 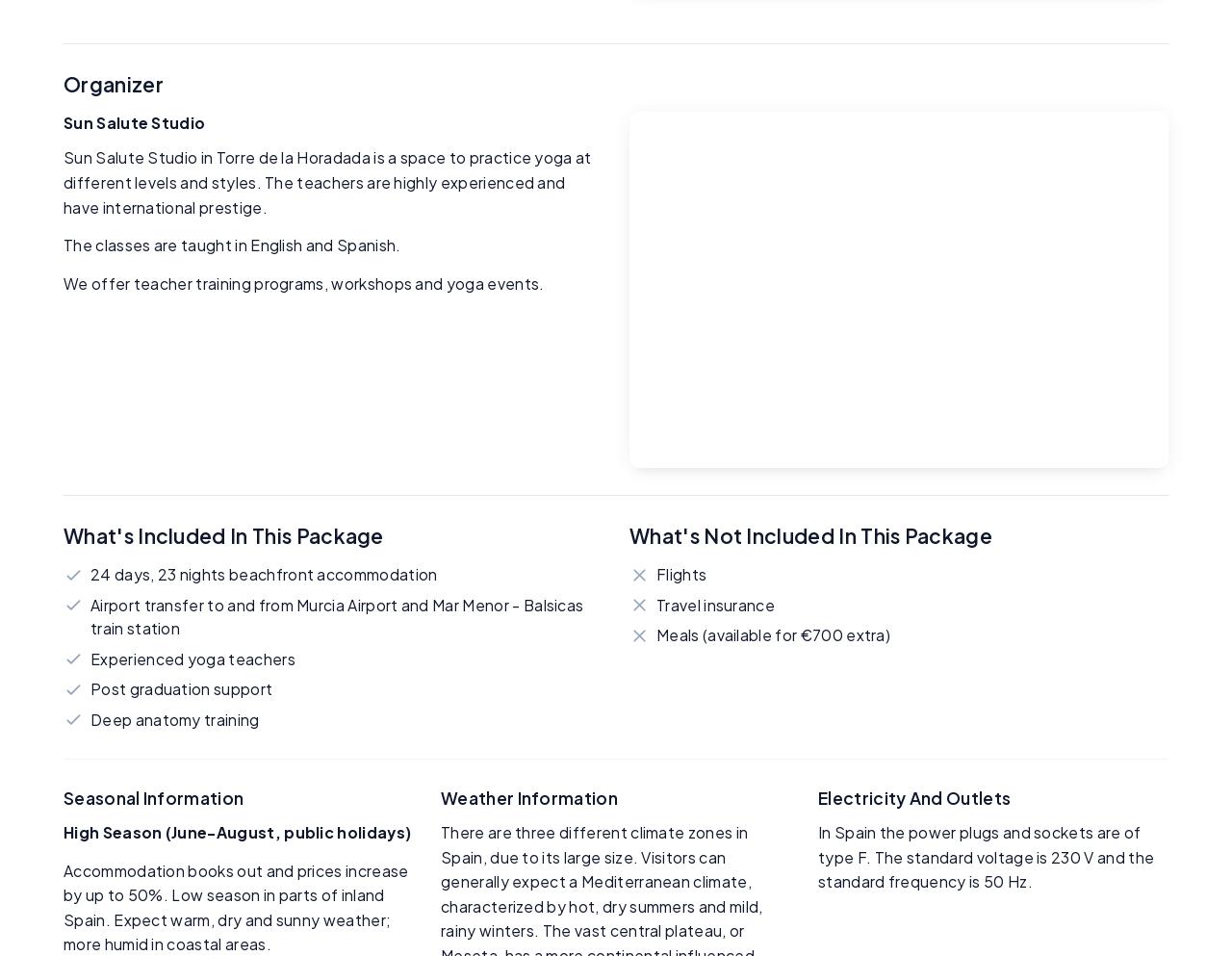 What do you see at coordinates (133, 122) in the screenshot?
I see `'Sun Salute Studio'` at bounding box center [133, 122].